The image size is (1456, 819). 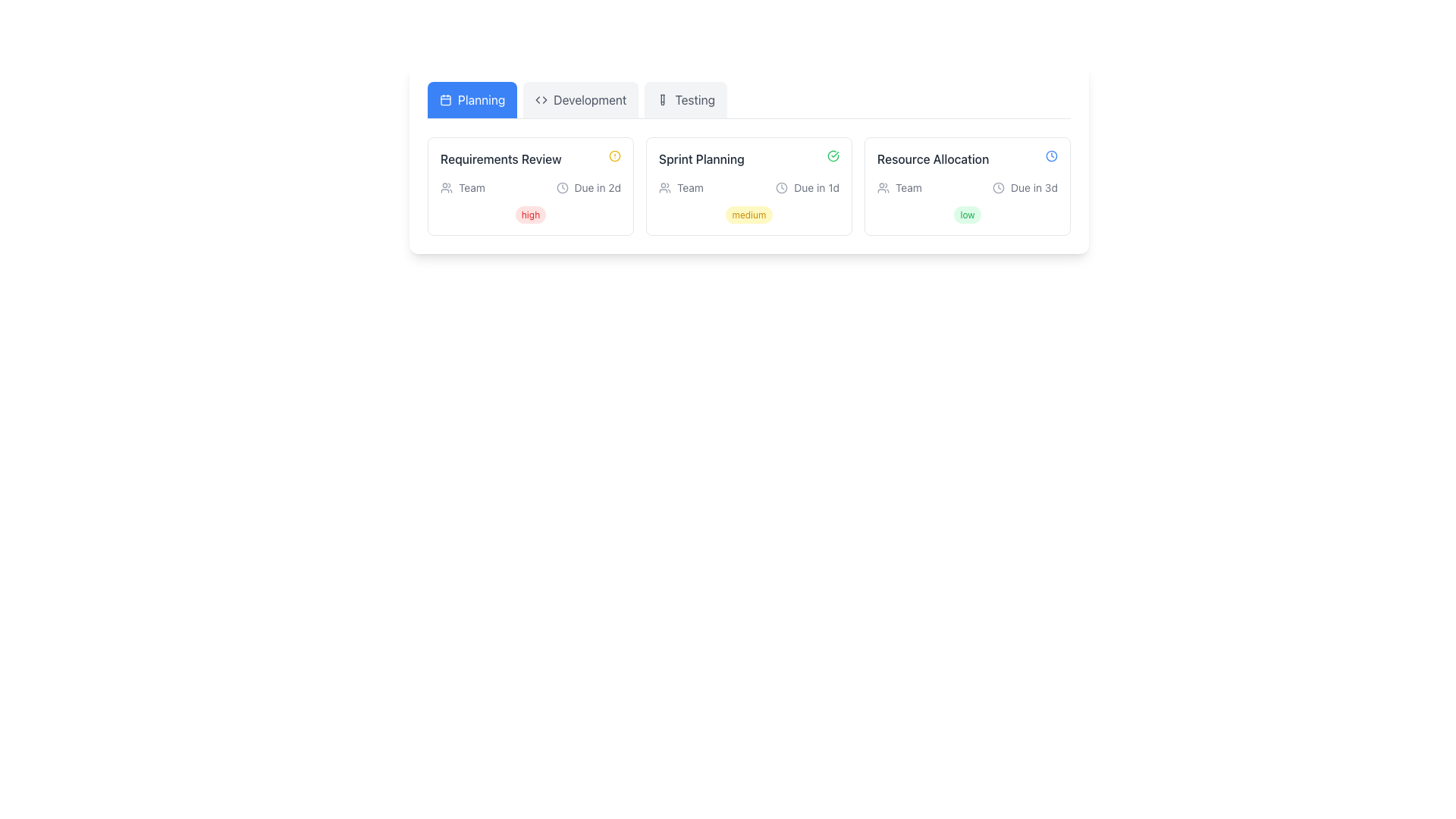 I want to click on the 'Resource Allocation' text label located in the top-right corner of the card, which is displayed in dark gray and bold font, so click(x=932, y=158).